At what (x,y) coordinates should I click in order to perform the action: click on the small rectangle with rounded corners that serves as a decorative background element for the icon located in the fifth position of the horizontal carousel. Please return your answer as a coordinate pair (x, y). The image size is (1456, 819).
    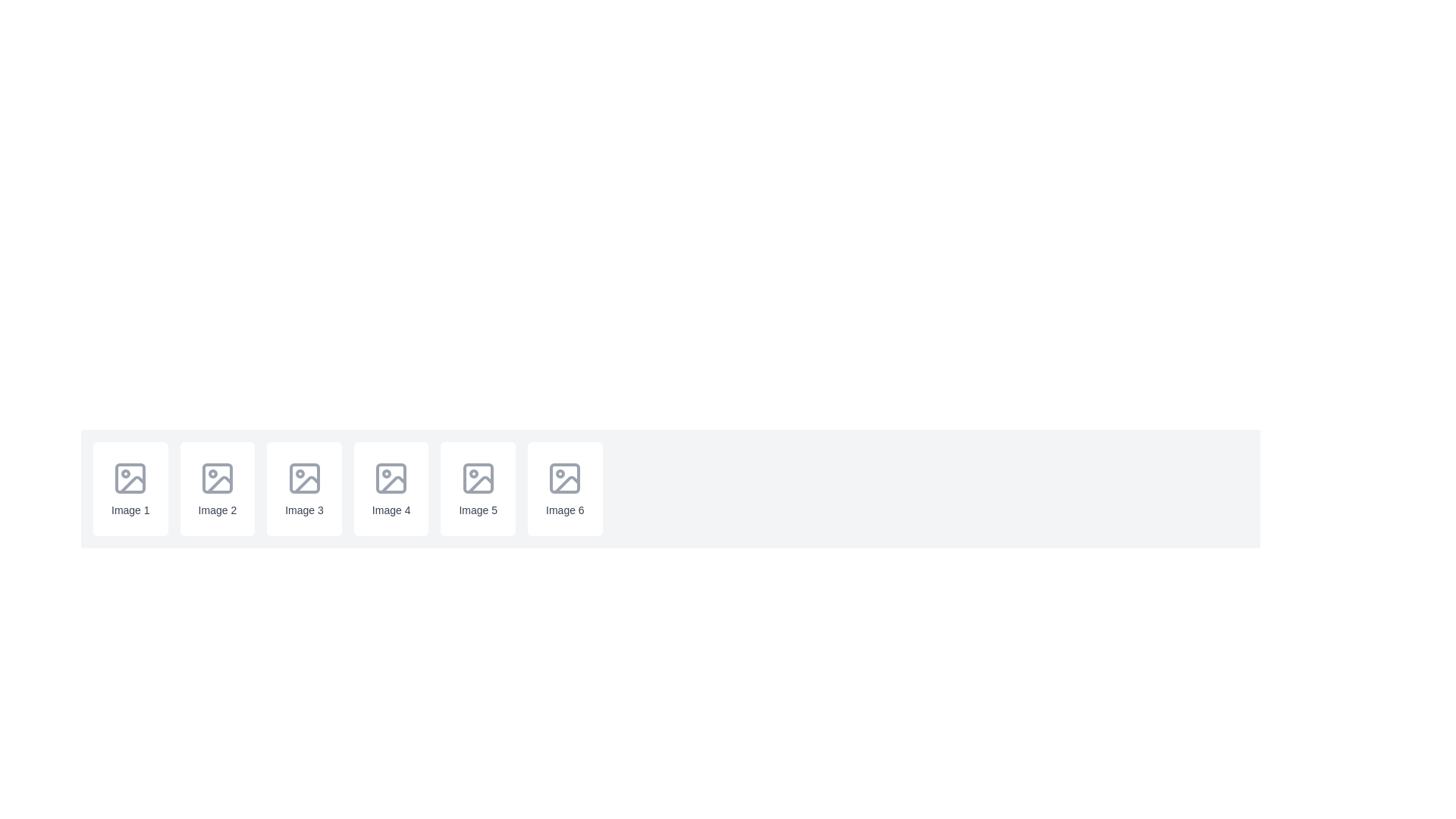
    Looking at the image, I should click on (477, 479).